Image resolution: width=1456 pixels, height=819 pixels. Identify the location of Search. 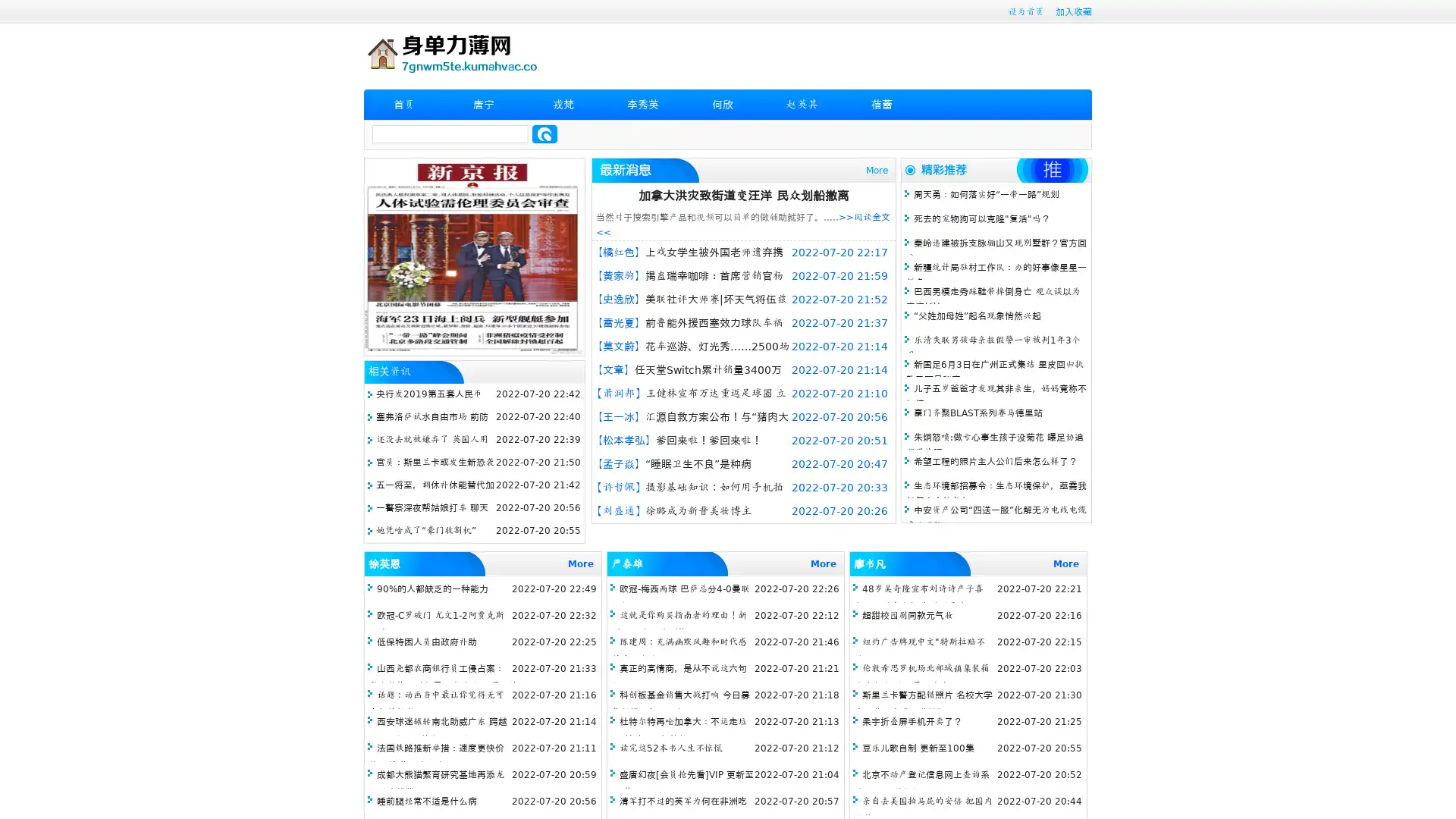
(544, 133).